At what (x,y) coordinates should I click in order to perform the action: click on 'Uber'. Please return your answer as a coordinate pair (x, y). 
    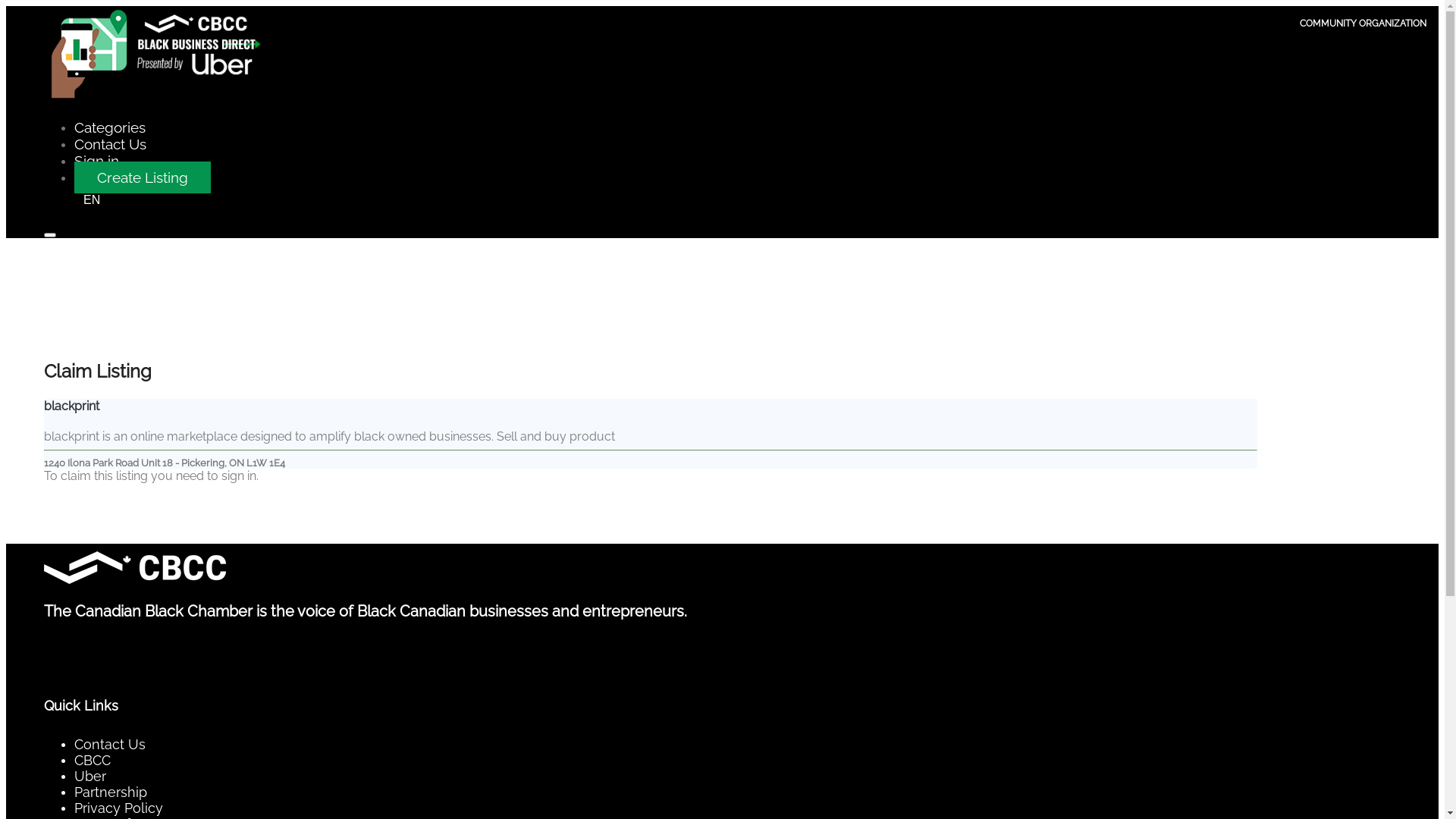
    Looking at the image, I should click on (89, 776).